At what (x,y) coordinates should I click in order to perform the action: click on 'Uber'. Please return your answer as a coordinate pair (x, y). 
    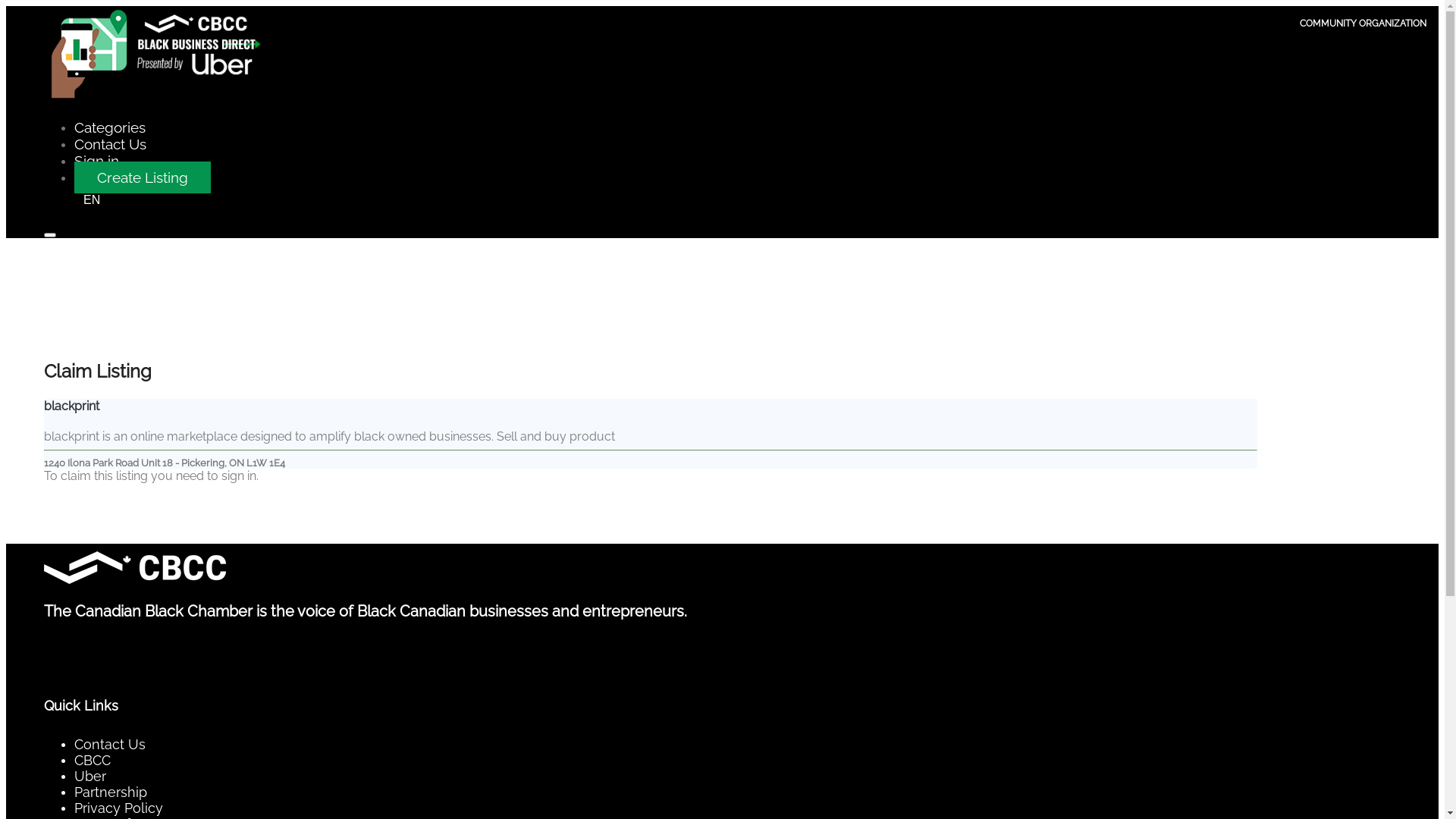
    Looking at the image, I should click on (89, 776).